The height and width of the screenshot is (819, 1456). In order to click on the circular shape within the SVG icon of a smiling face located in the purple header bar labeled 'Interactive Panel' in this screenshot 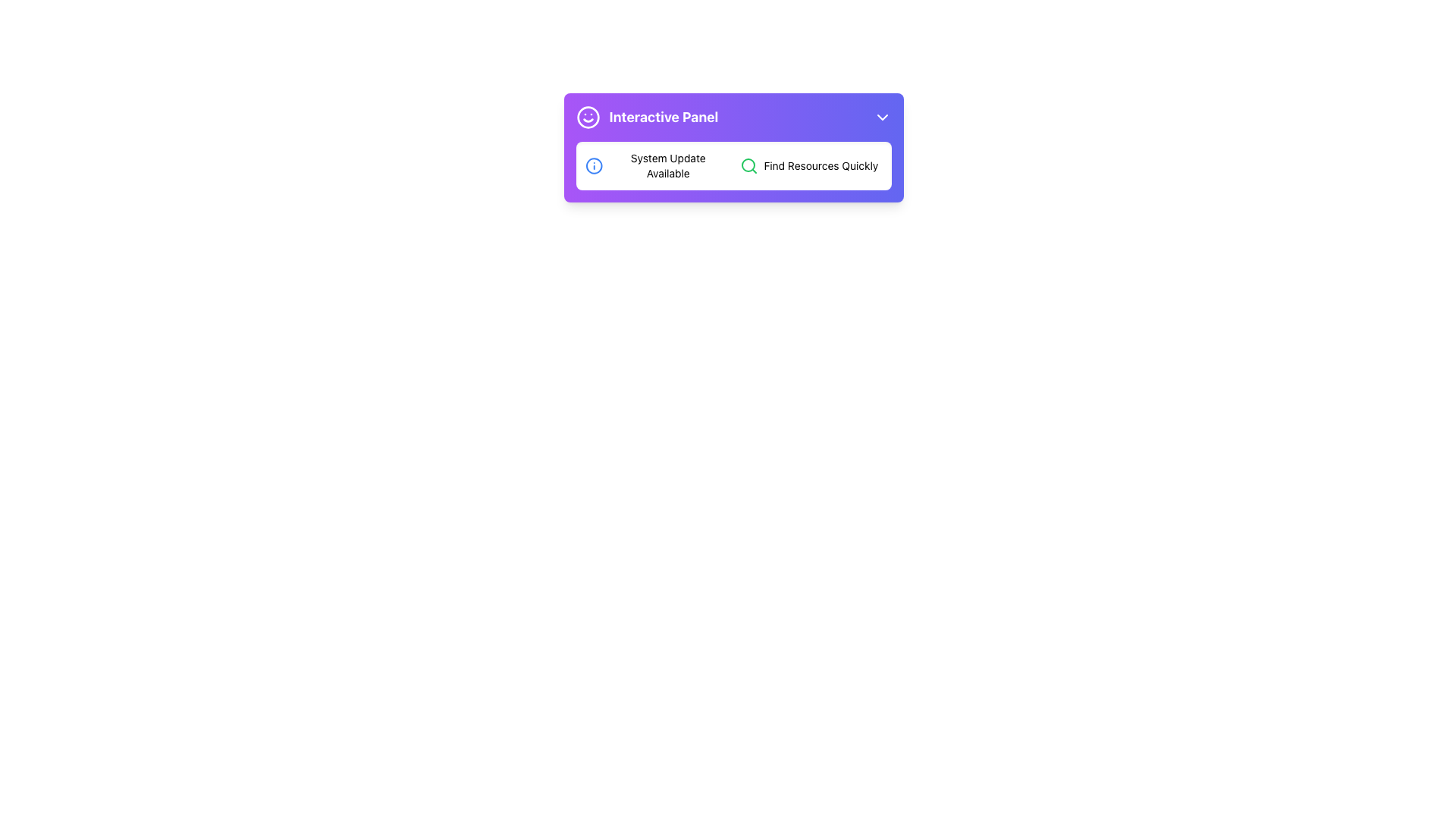, I will do `click(587, 116)`.